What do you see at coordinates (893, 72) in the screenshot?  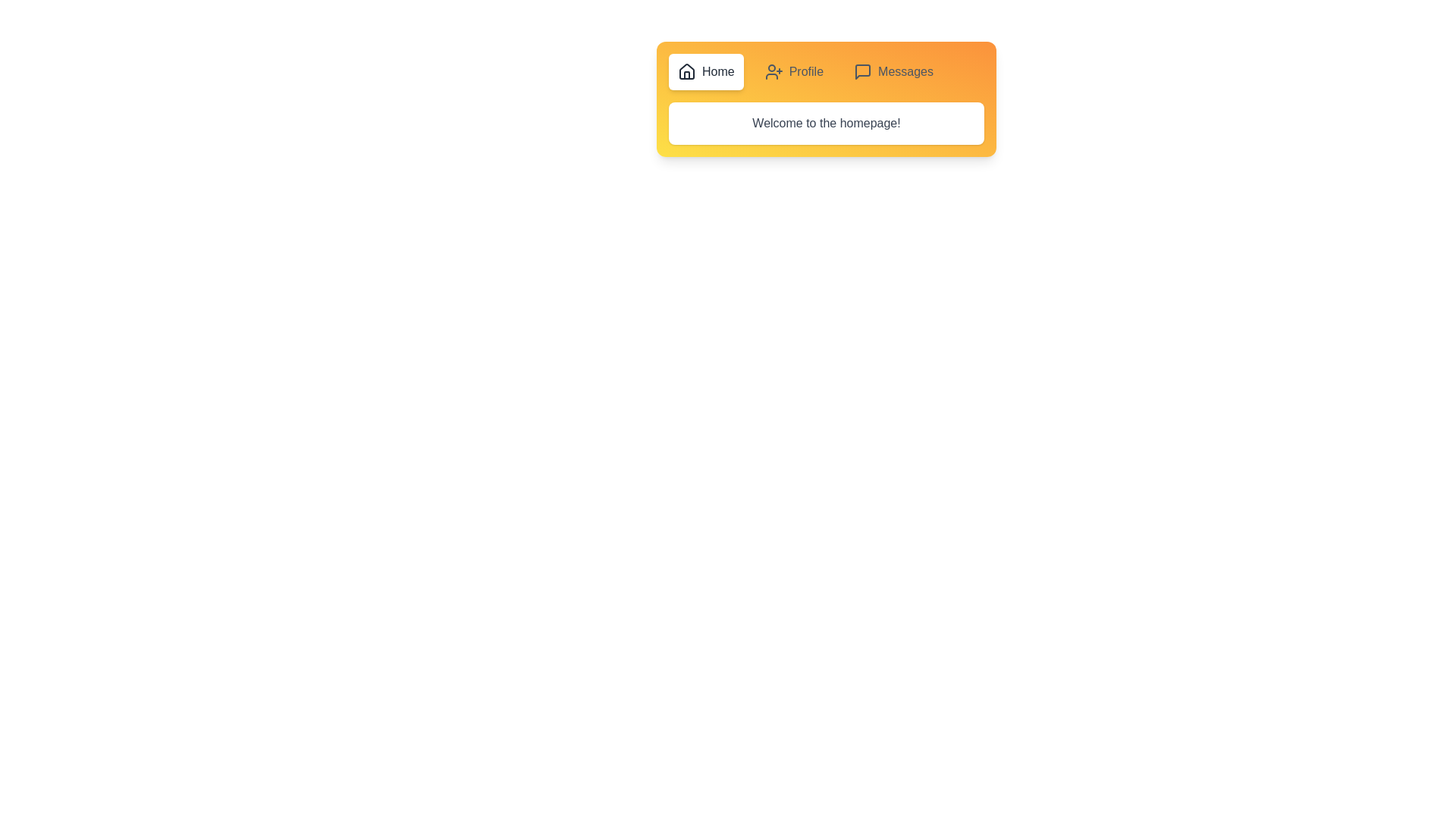 I see `the Messages button to observe visual feedback` at bounding box center [893, 72].